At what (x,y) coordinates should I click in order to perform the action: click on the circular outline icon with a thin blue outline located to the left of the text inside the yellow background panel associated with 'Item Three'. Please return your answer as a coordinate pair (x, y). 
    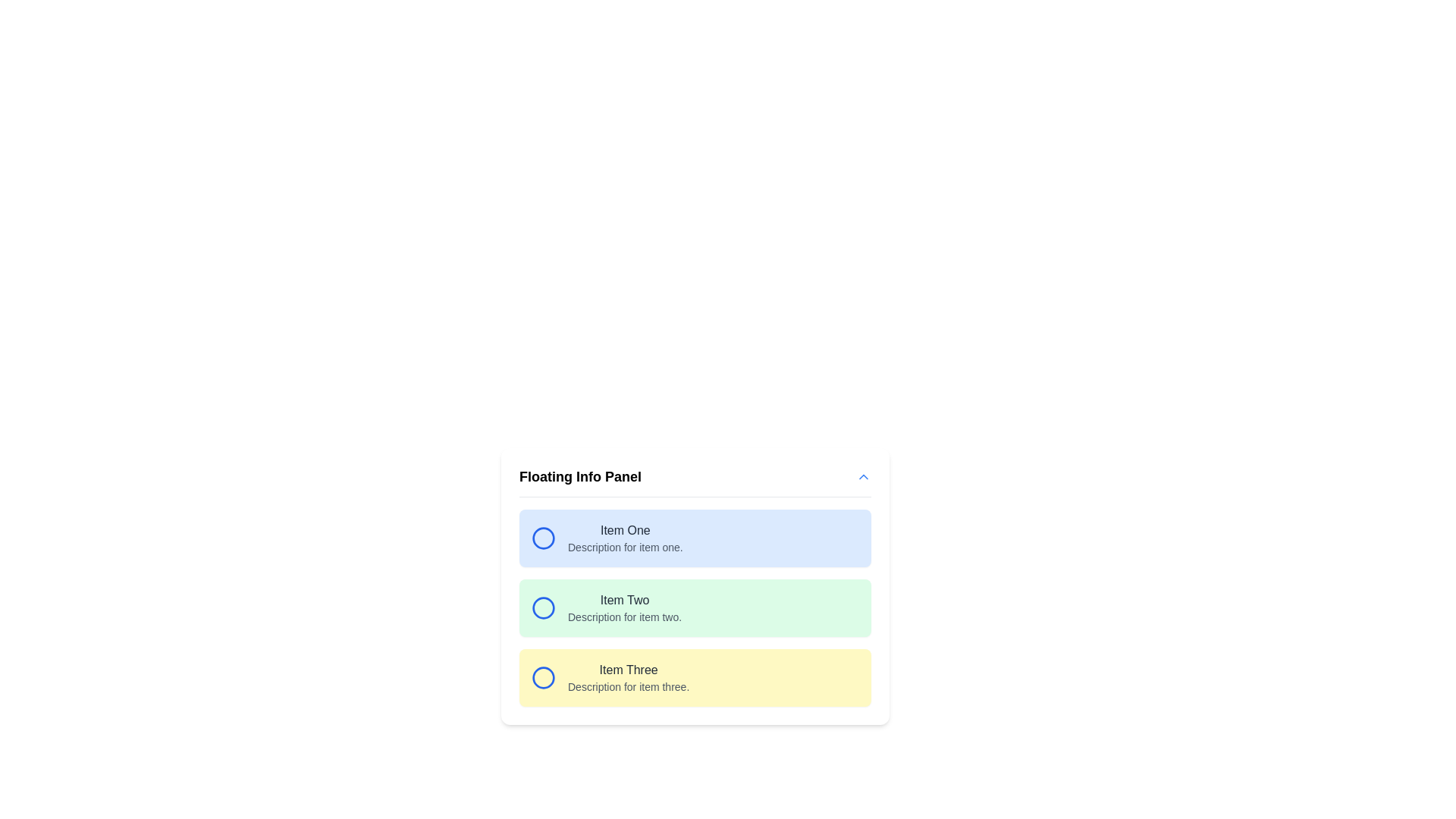
    Looking at the image, I should click on (543, 677).